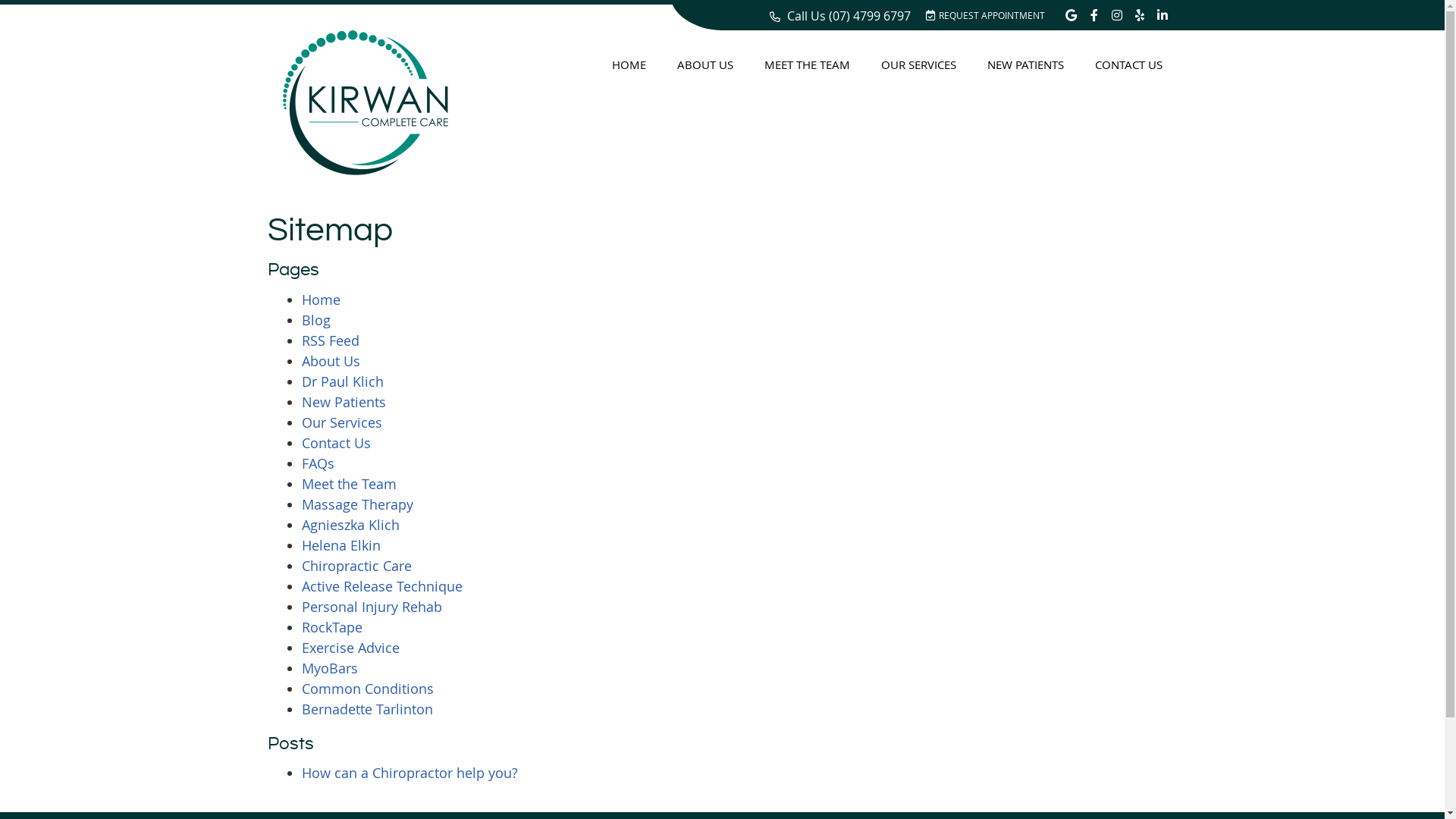 The width and height of the screenshot is (1456, 819). What do you see at coordinates (329, 667) in the screenshot?
I see `'MyoBars'` at bounding box center [329, 667].